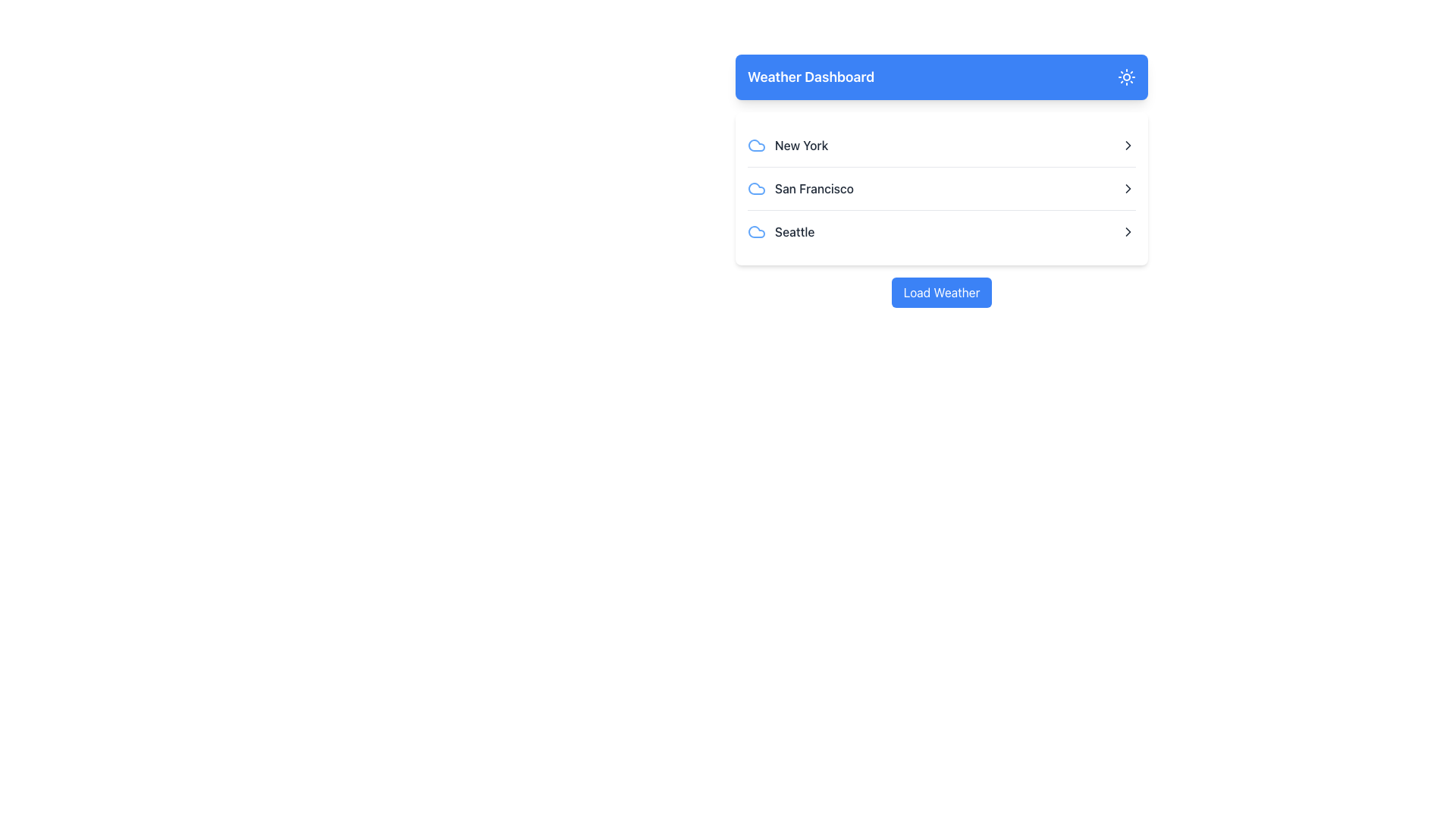 This screenshot has width=1456, height=819. I want to click on text content of the city label 'Seattle' located in the third row of the weather dashboard, positioned to the right of a blue cloud icon, so click(781, 231).